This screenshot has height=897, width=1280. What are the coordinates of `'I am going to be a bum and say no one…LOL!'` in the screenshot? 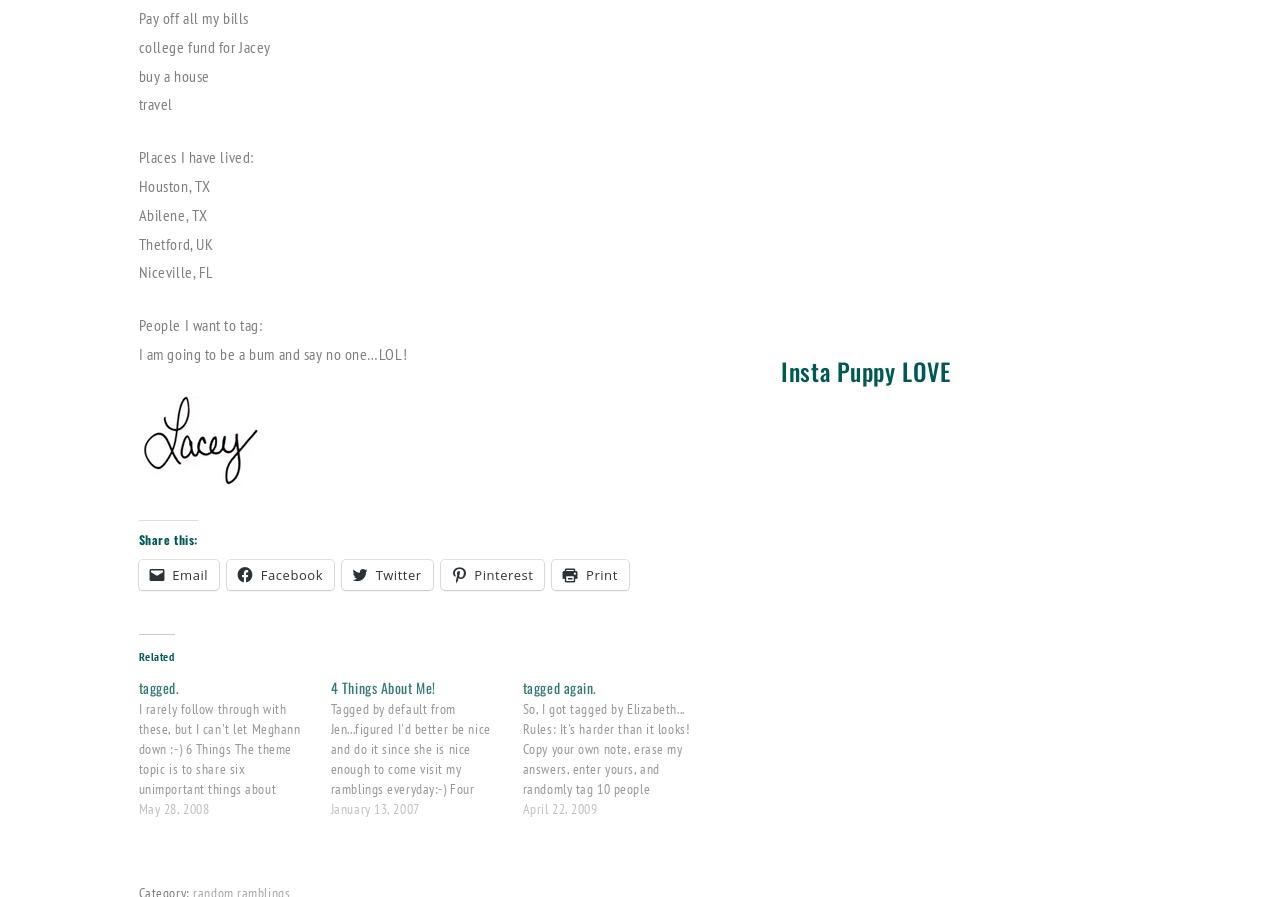 It's located at (136, 351).